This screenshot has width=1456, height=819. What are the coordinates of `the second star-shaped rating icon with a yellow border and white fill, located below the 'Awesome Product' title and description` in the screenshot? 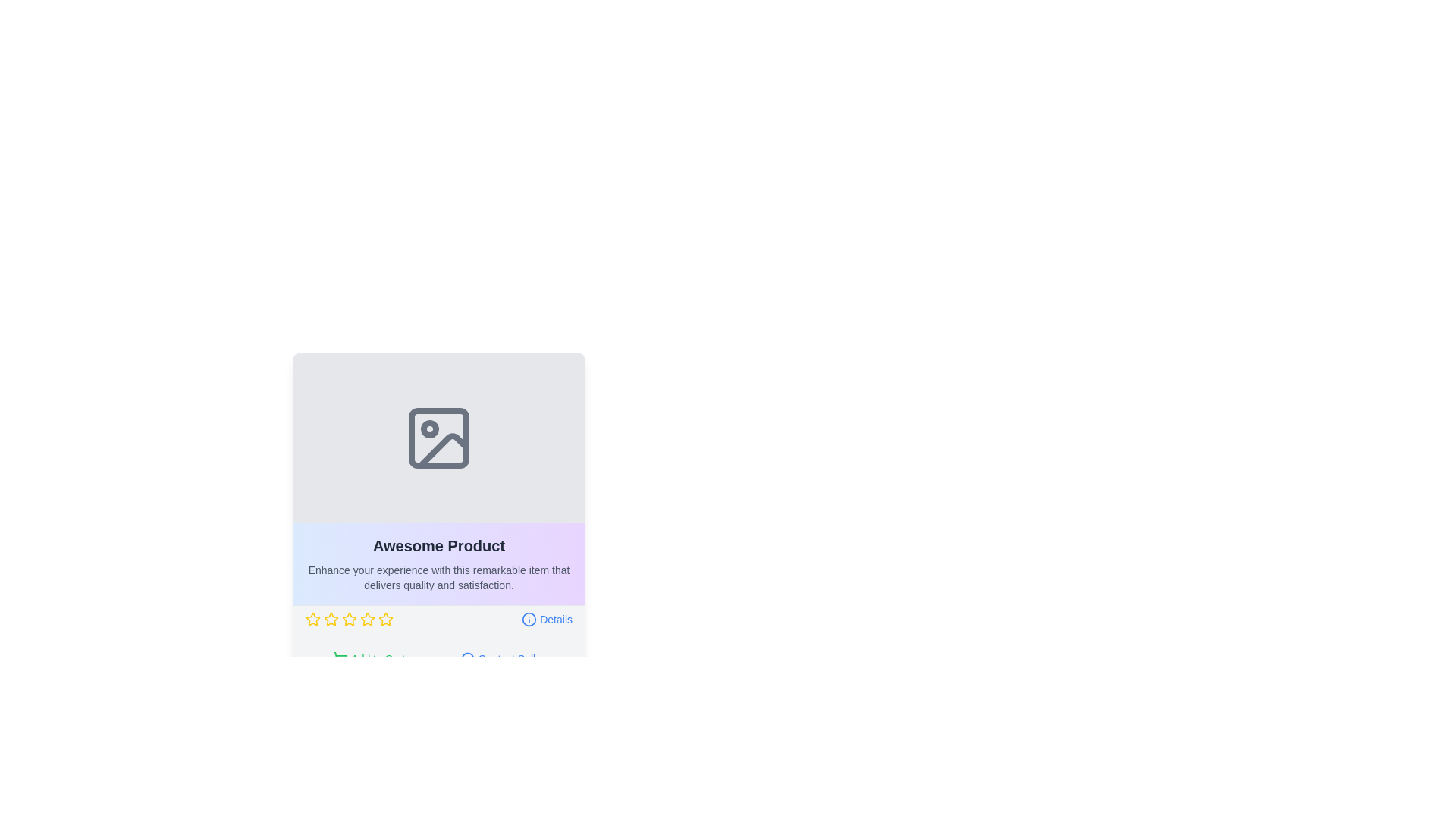 It's located at (348, 619).